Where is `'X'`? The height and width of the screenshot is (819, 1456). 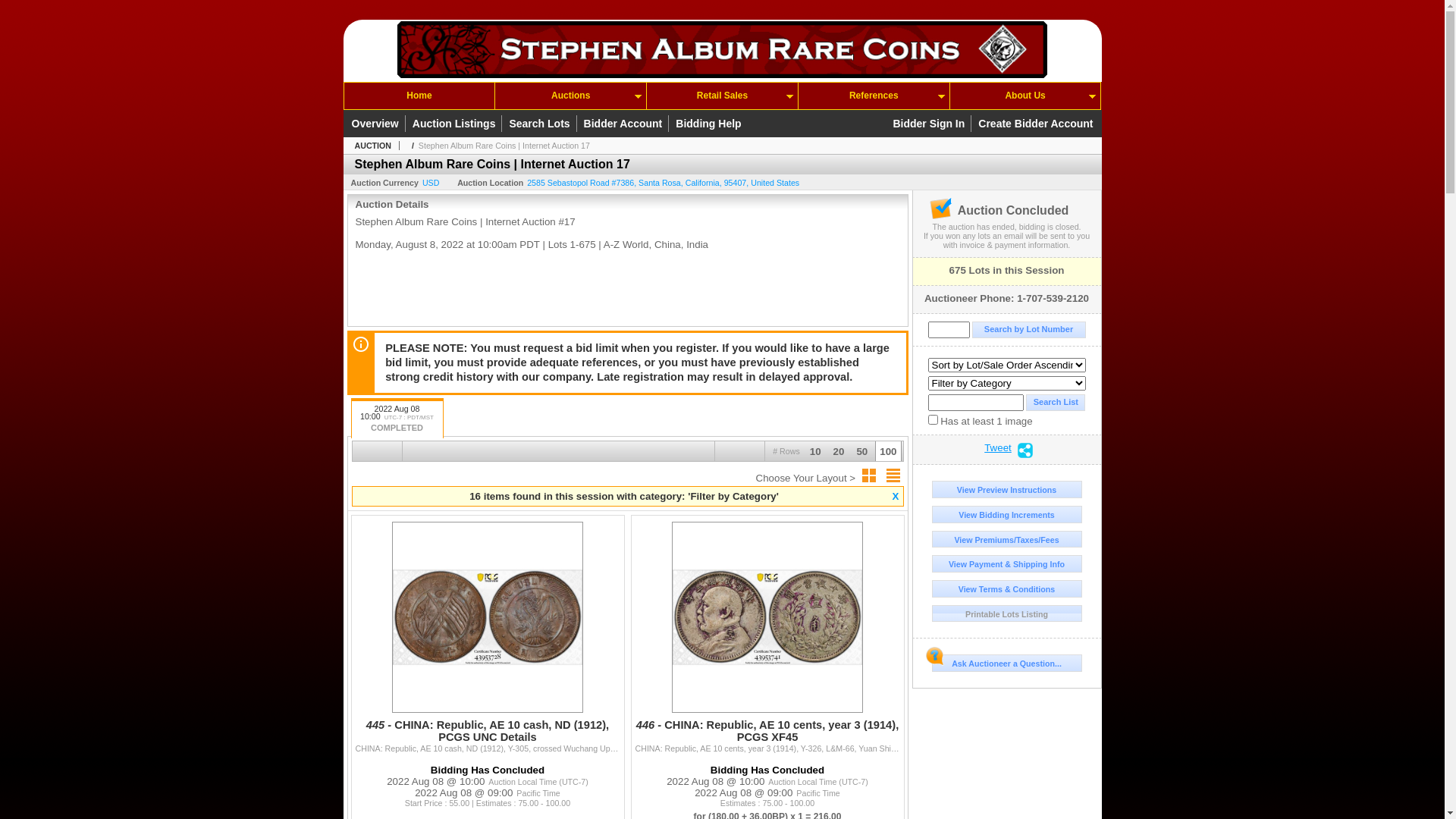
'X' is located at coordinates (896, 496).